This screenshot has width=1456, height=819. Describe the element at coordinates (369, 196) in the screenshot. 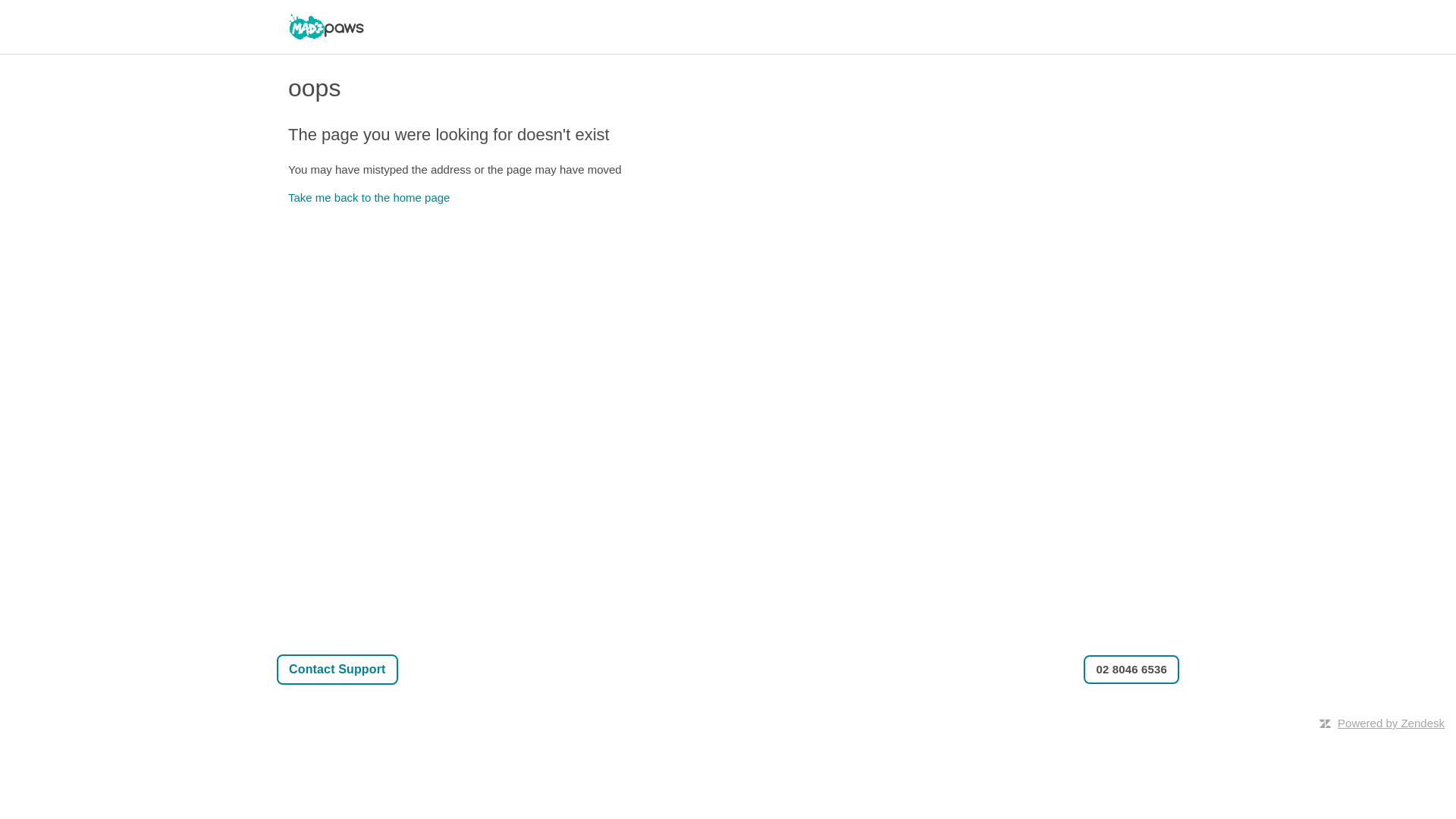

I see `'Take me back to the home page'` at that location.